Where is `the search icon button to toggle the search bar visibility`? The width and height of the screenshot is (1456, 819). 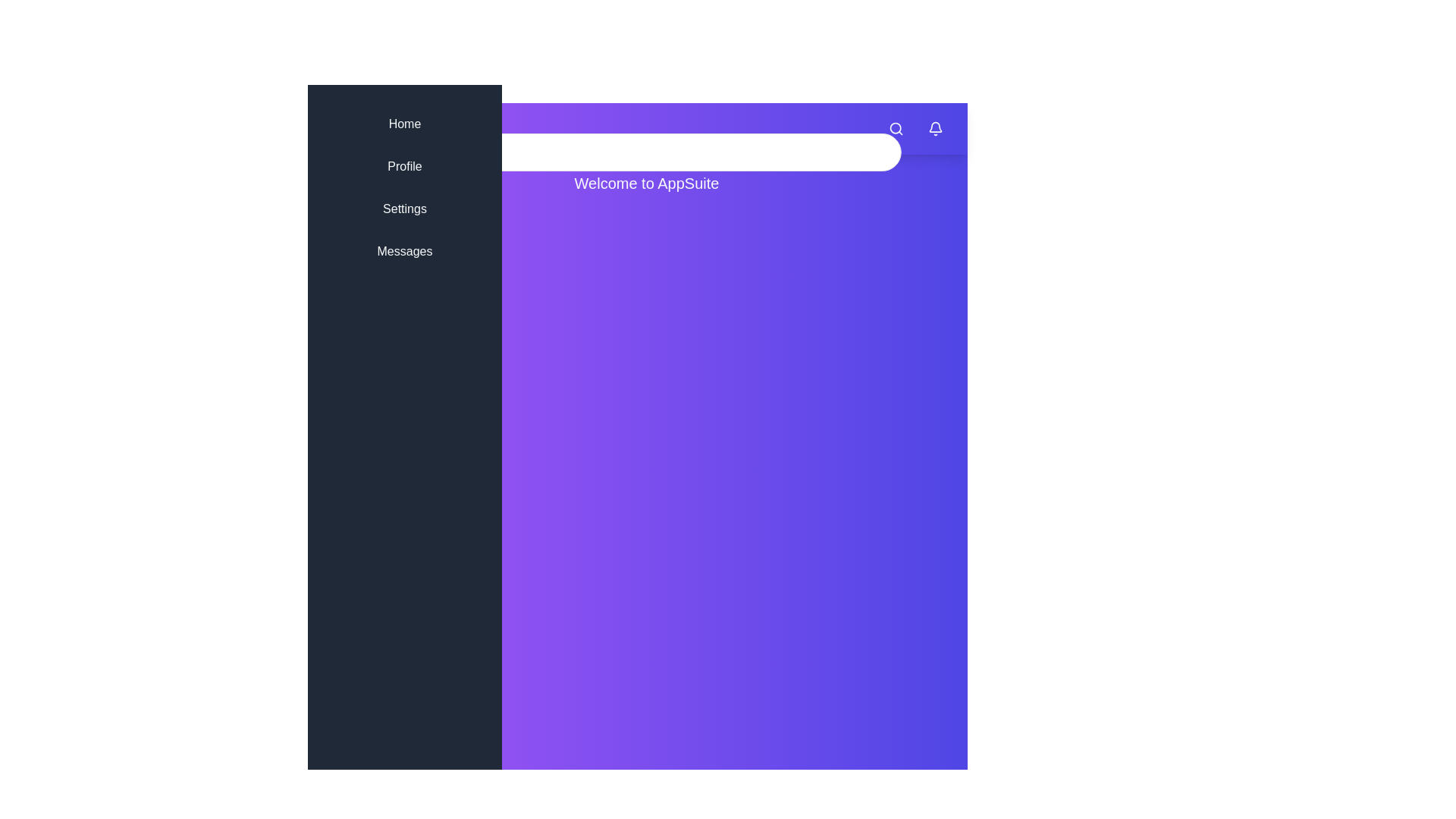 the search icon button to toggle the search bar visibility is located at coordinates (896, 127).